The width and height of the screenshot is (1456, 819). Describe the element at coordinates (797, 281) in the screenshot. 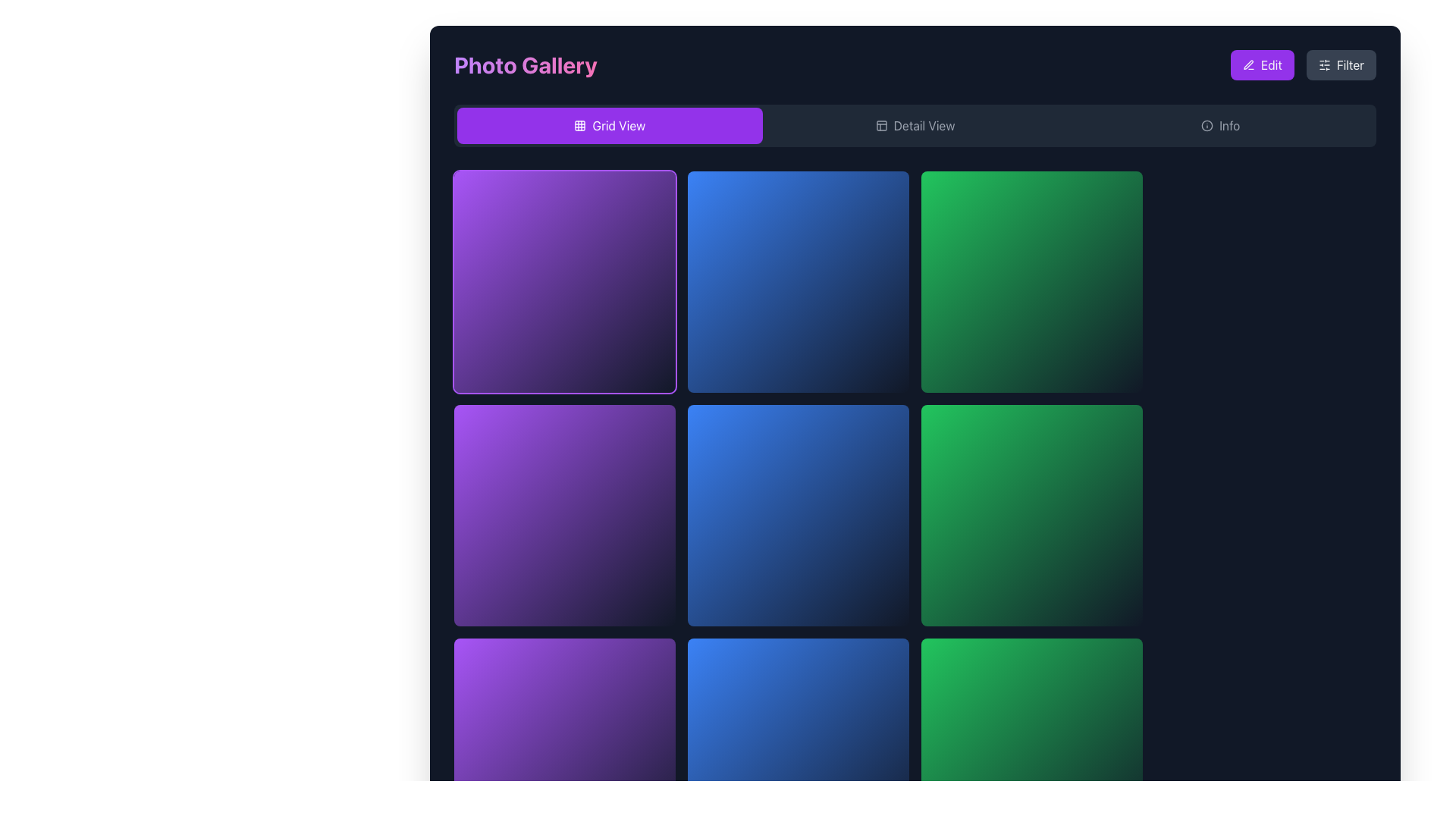

I see `the square grid tile with a blue to cyan gradient background` at that location.